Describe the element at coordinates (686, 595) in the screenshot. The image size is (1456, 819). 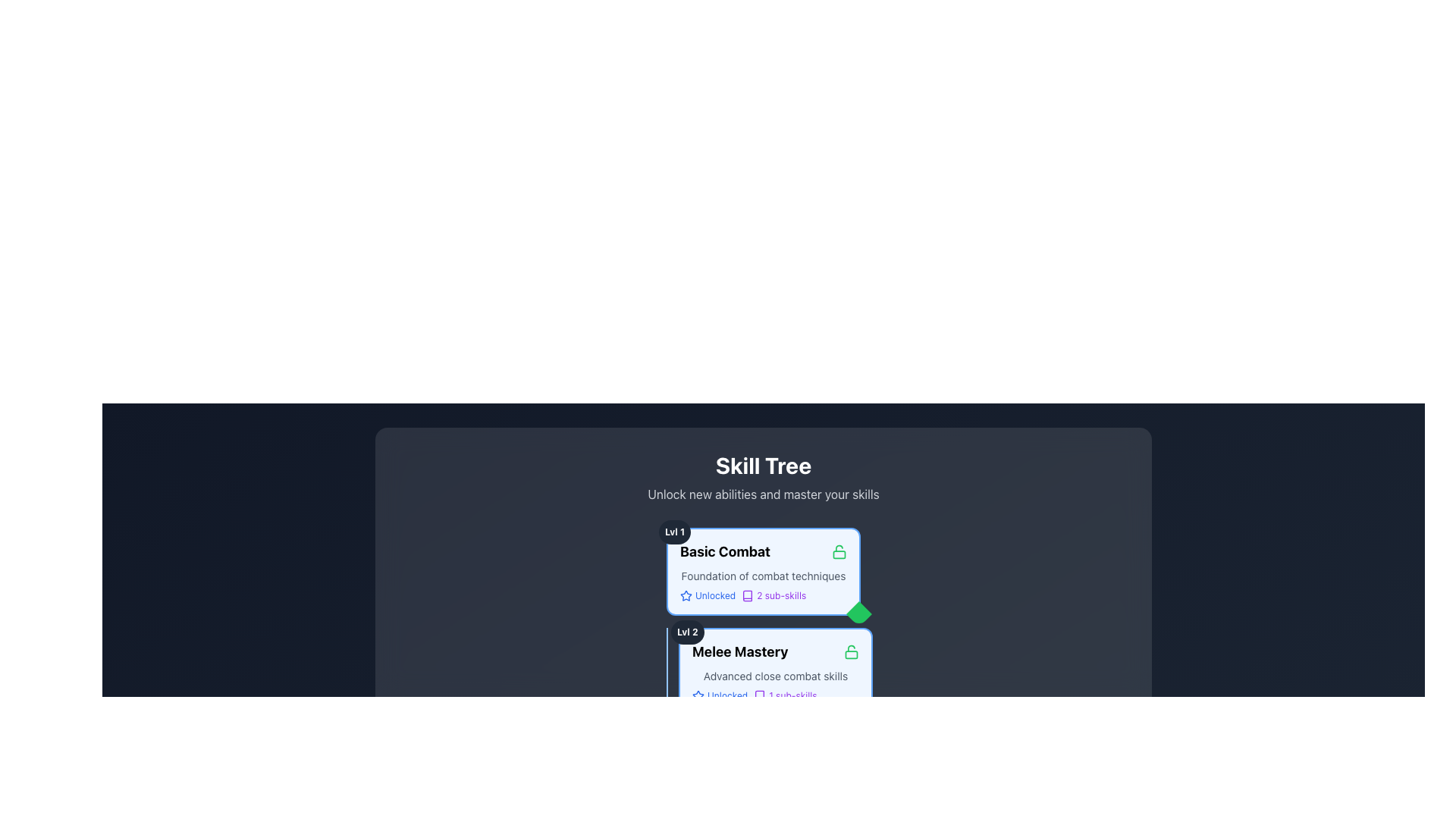
I see `the star-shaped icon with a blue outline located to the left of the label 'Unlocked'` at that location.